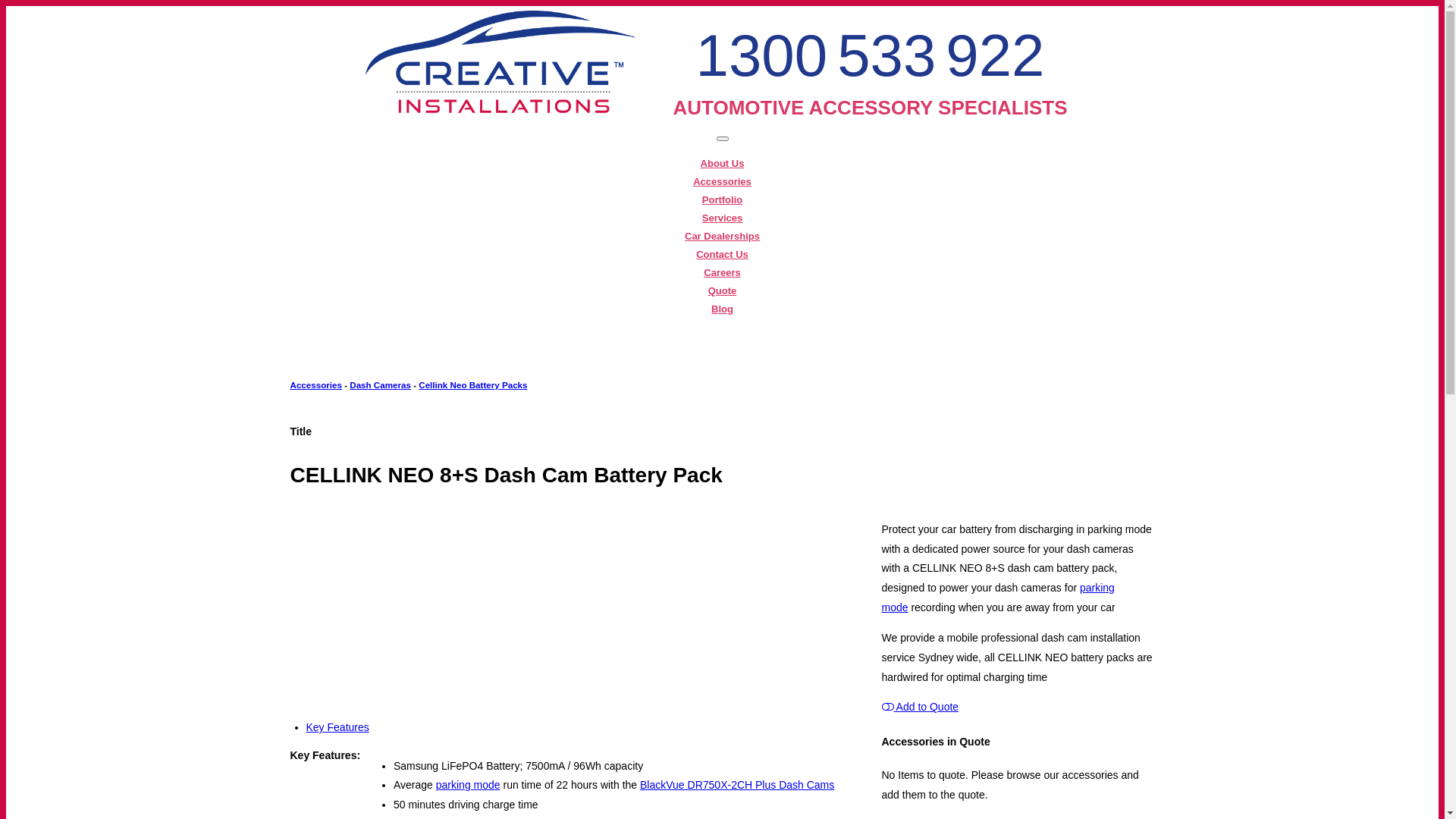 The image size is (1456, 819). I want to click on '1300 533 922', so click(870, 55).